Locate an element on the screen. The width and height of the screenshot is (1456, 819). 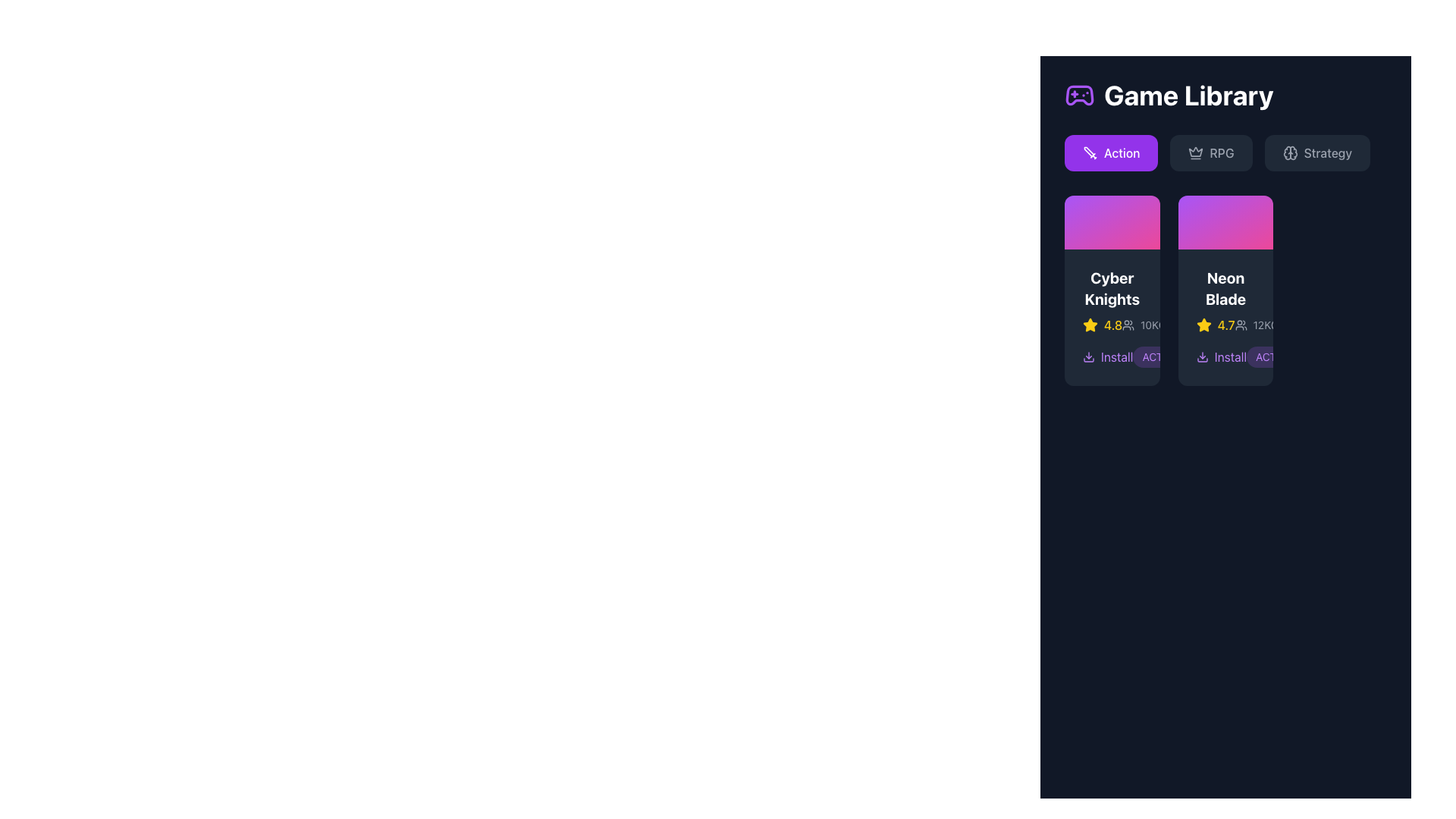
the gold-colored star icon located below the 'Neon Blade' text in the second card of the grid is located at coordinates (1090, 324).